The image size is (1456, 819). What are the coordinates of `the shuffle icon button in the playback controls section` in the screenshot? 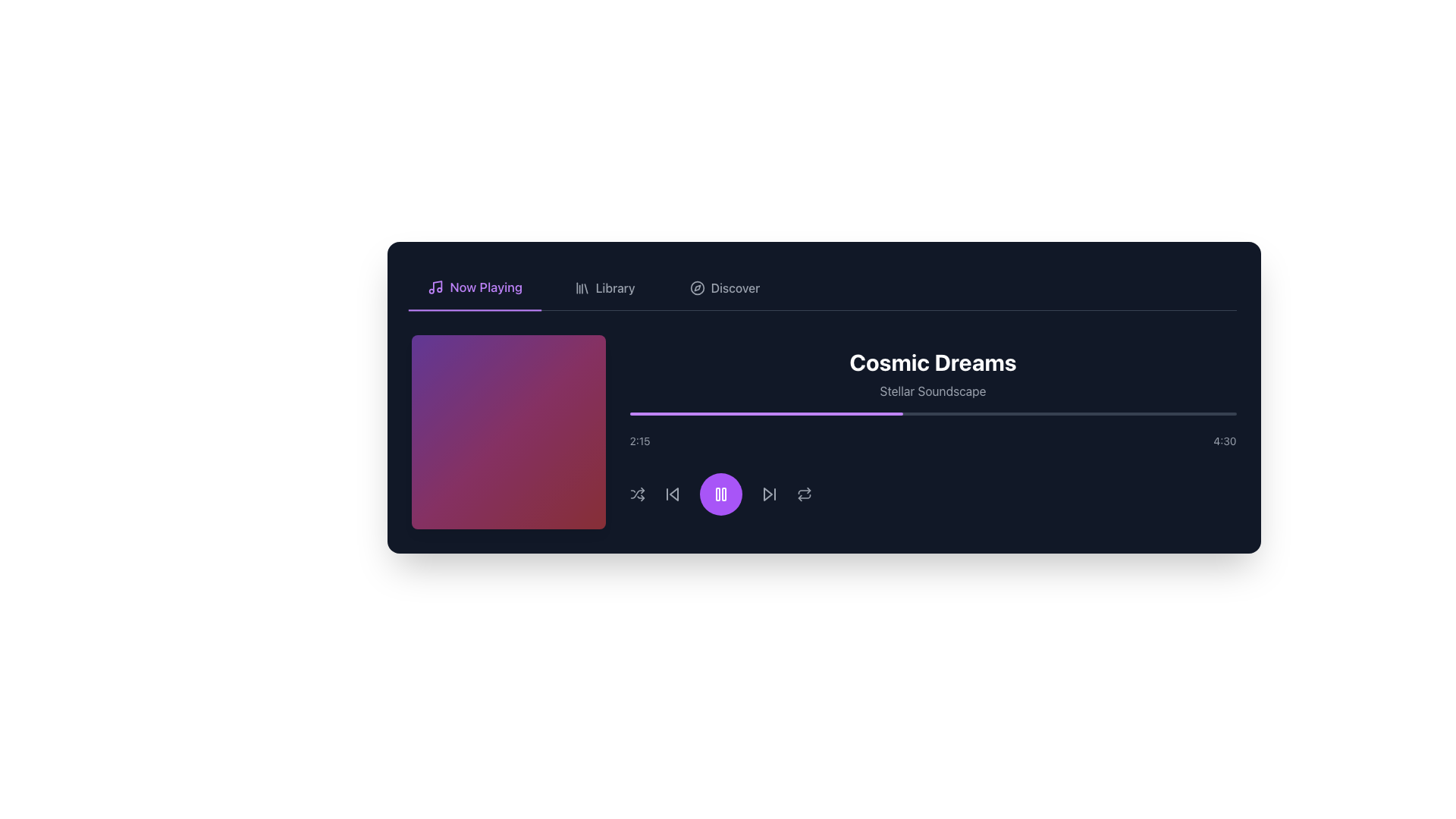 It's located at (637, 494).